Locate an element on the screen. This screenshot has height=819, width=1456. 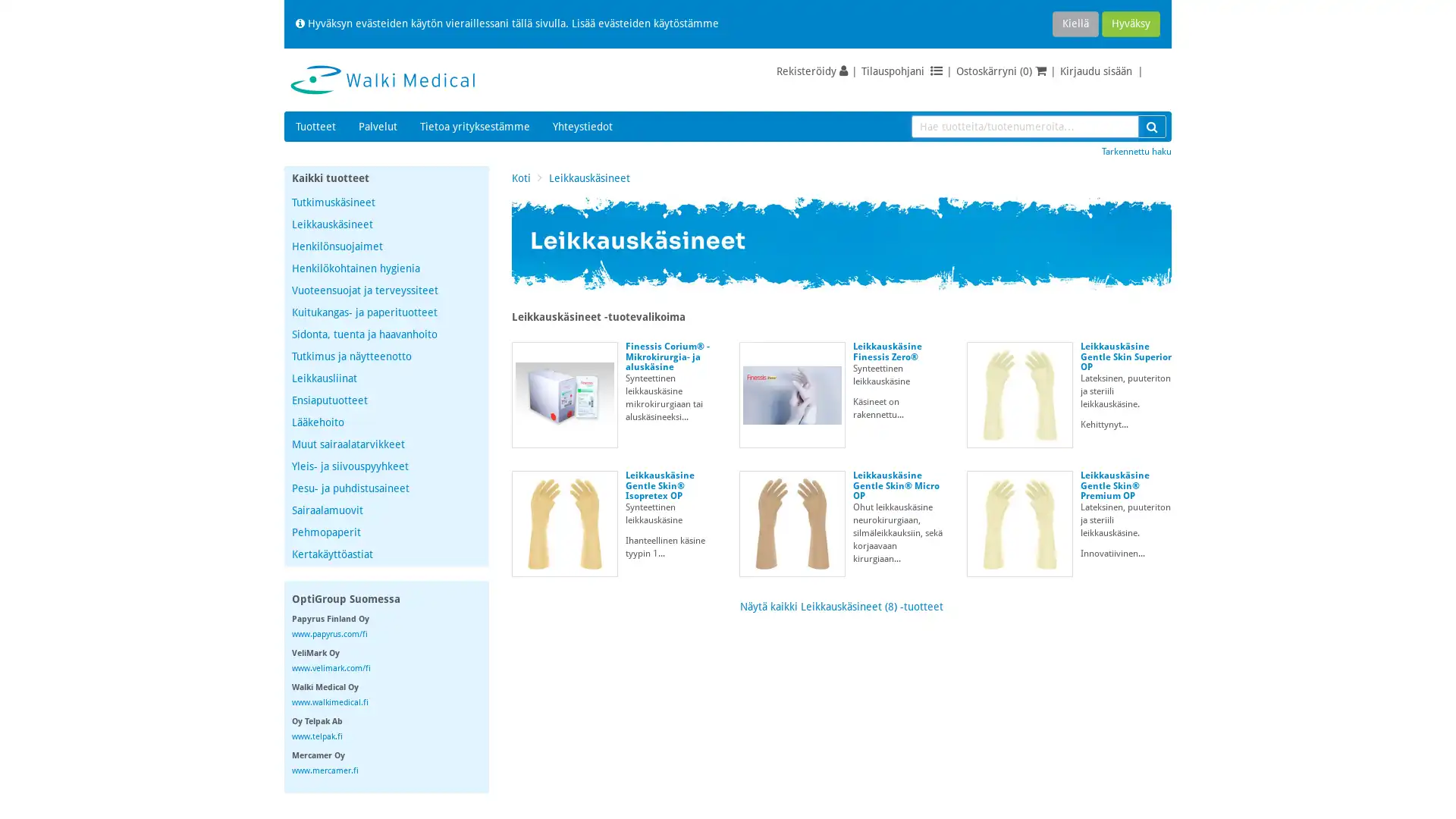
Kiella is located at coordinates (1075, 24).